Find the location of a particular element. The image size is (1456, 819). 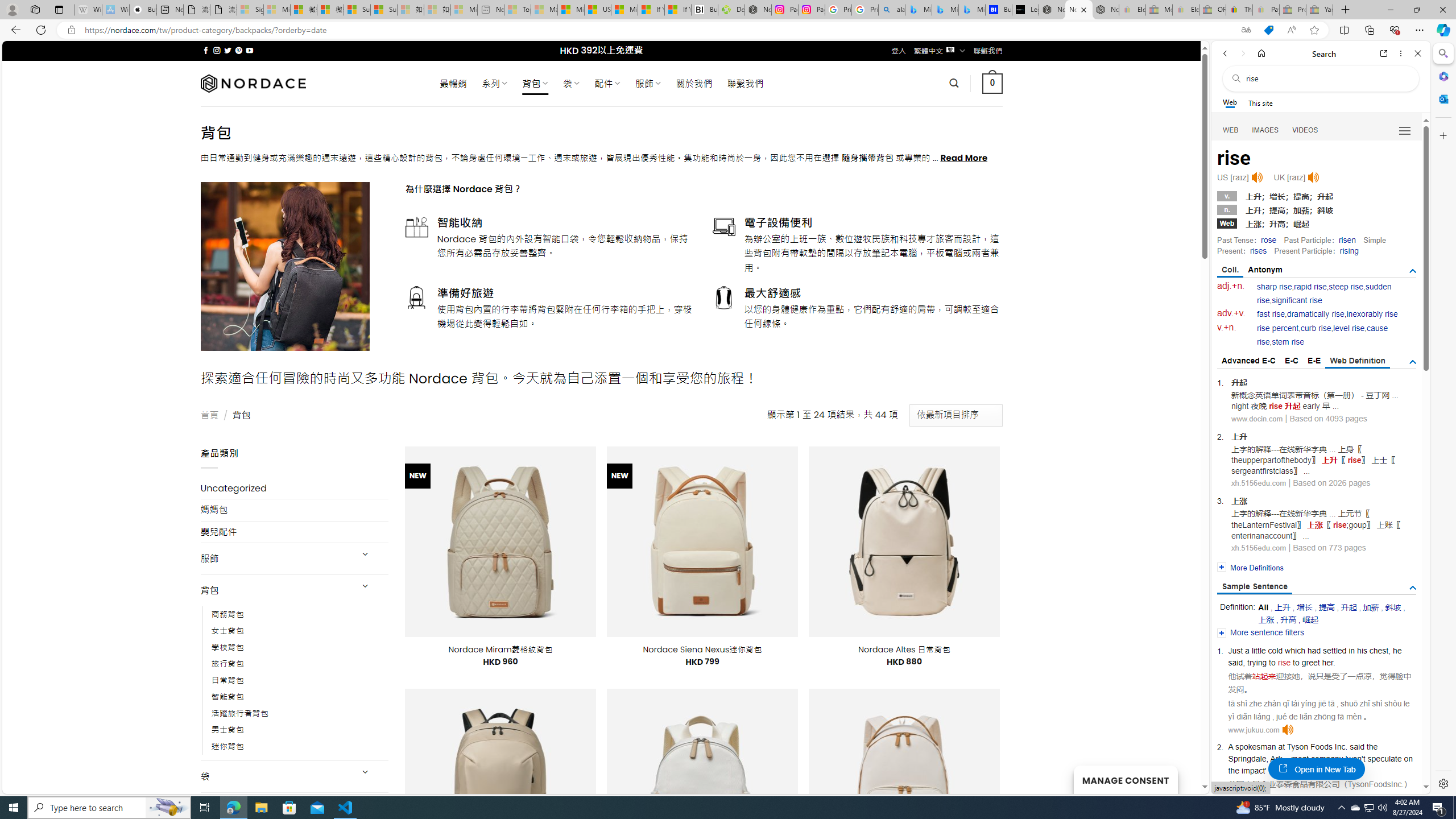

'xh.5156edu.com' is located at coordinates (1259, 547).